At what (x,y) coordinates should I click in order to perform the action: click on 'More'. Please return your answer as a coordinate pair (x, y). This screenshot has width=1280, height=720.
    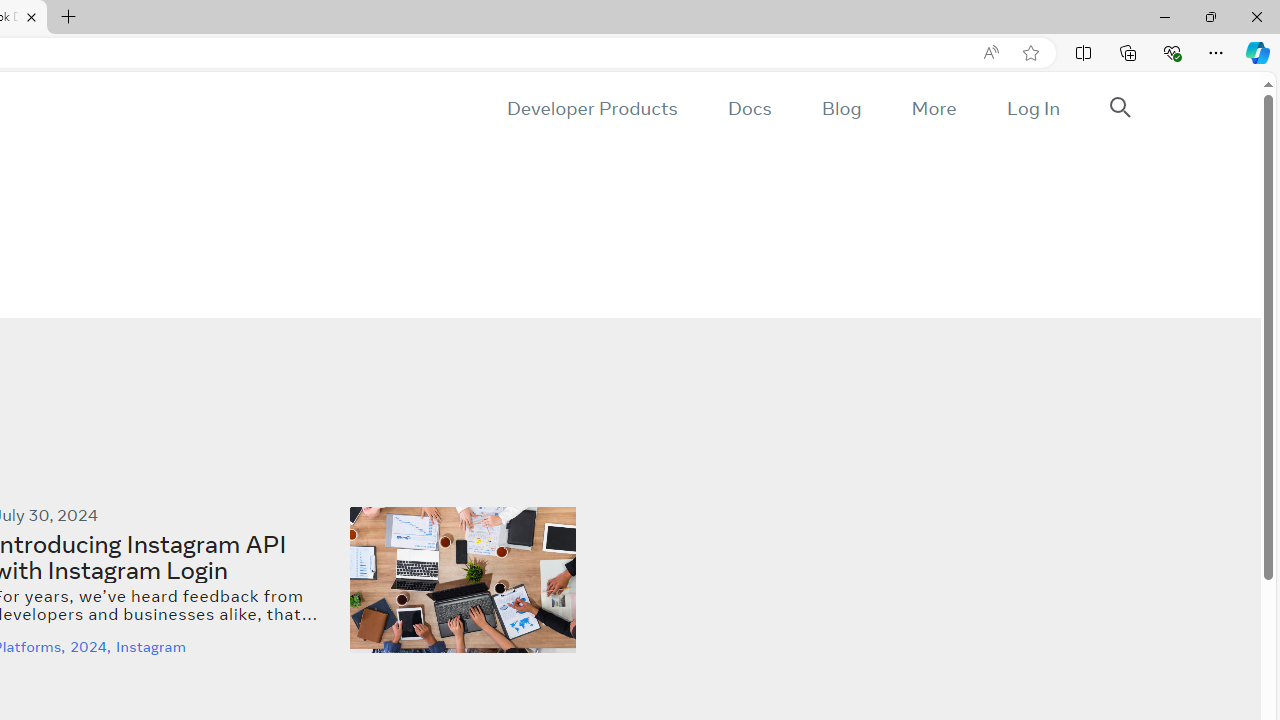
    Looking at the image, I should click on (932, 108).